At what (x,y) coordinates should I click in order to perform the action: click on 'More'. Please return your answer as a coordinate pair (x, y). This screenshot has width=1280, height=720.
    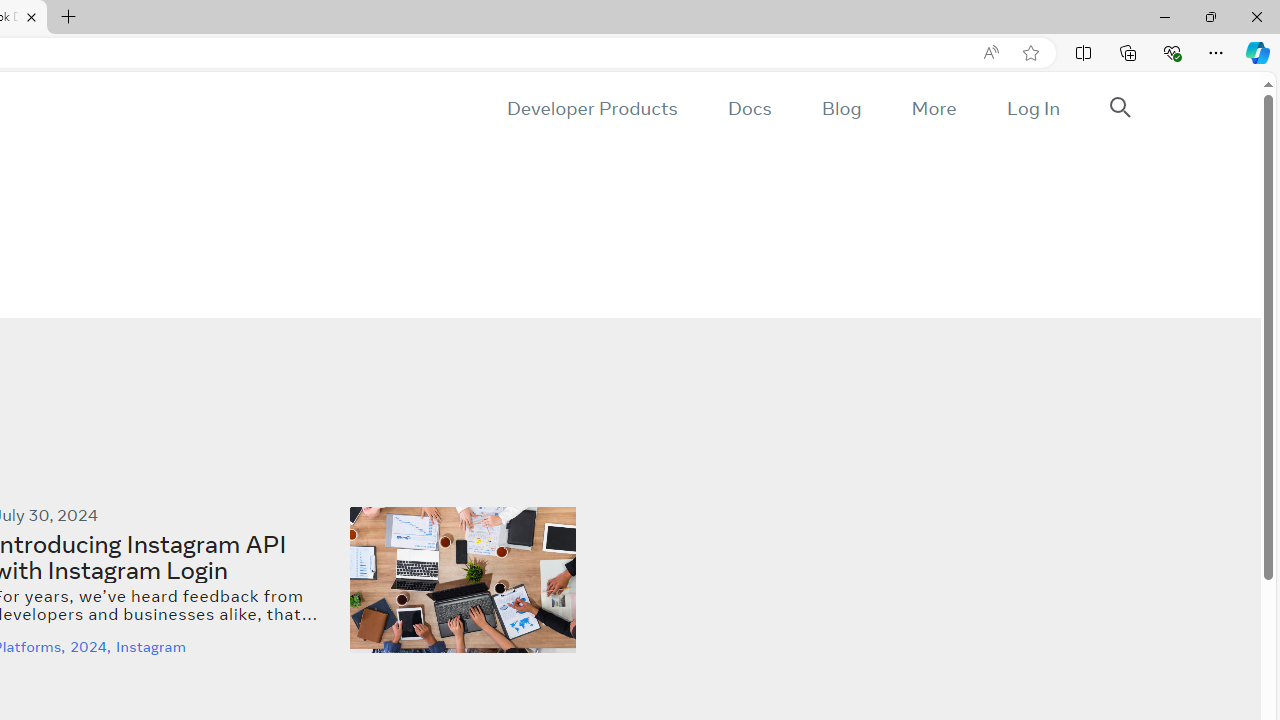
    Looking at the image, I should click on (932, 108).